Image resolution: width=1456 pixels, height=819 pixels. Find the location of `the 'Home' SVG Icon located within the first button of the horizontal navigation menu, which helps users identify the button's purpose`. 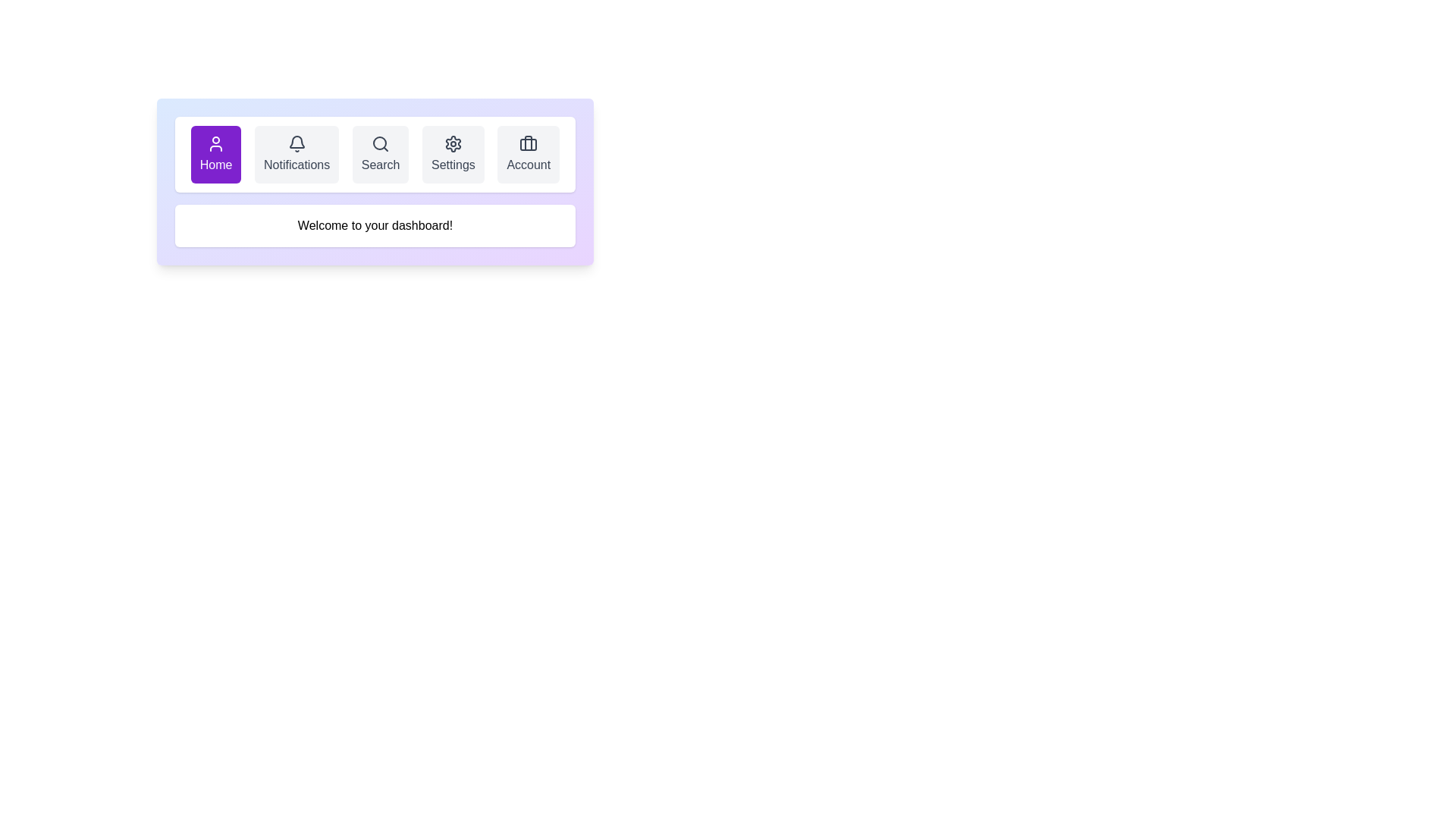

the 'Home' SVG Icon located within the first button of the horizontal navigation menu, which helps users identify the button's purpose is located at coordinates (215, 143).